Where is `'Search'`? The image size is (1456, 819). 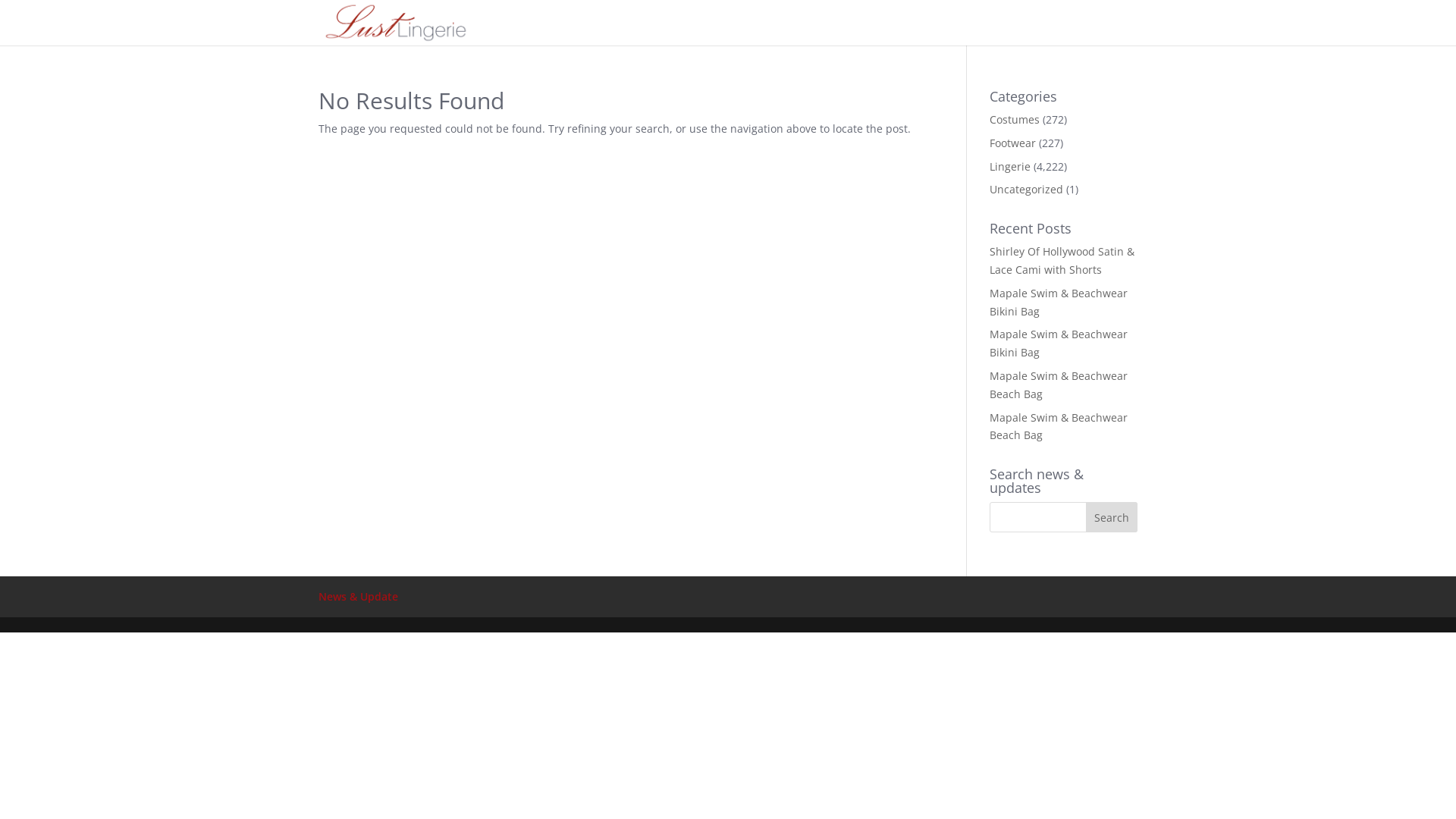
'Search' is located at coordinates (1111, 516).